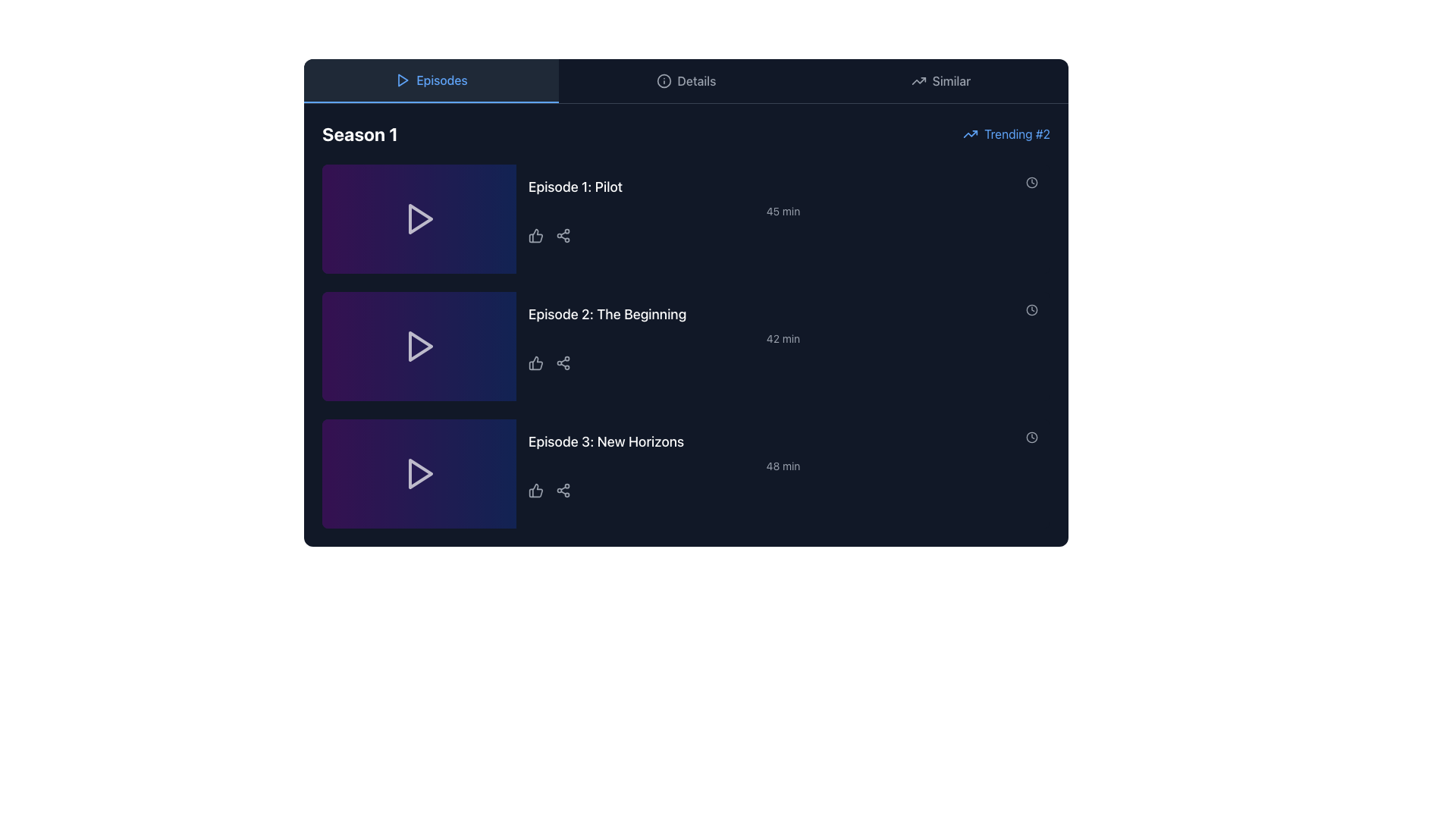 This screenshot has height=819, width=1456. I want to click on the share icon, which is styled with three linked circles connected by lines, located below the episode title and next to the like icon, so click(563, 236).